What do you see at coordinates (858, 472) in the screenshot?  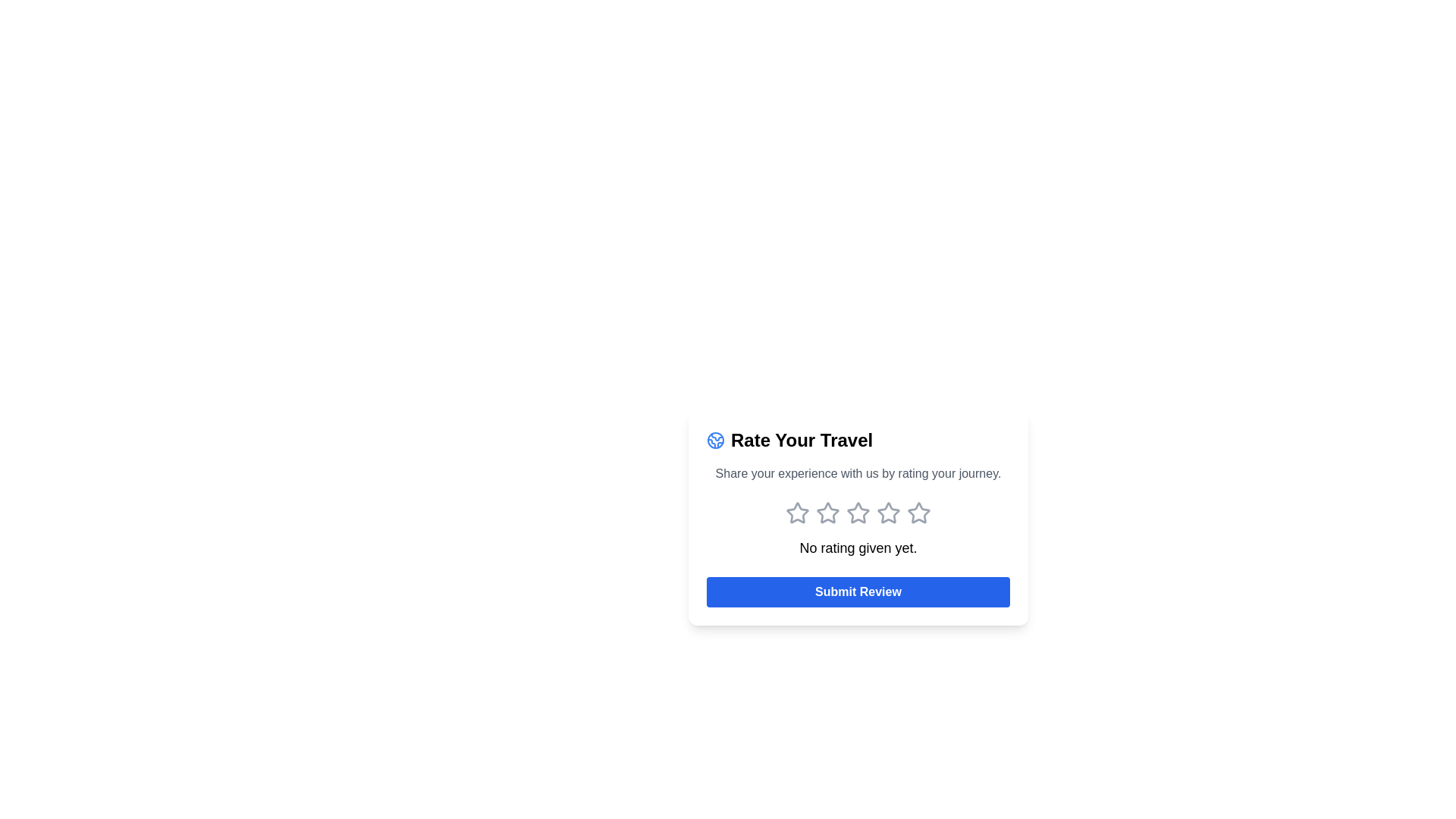 I see `guidance text located below the heading 'Rate Your Travel' and above the star rating icons` at bounding box center [858, 472].